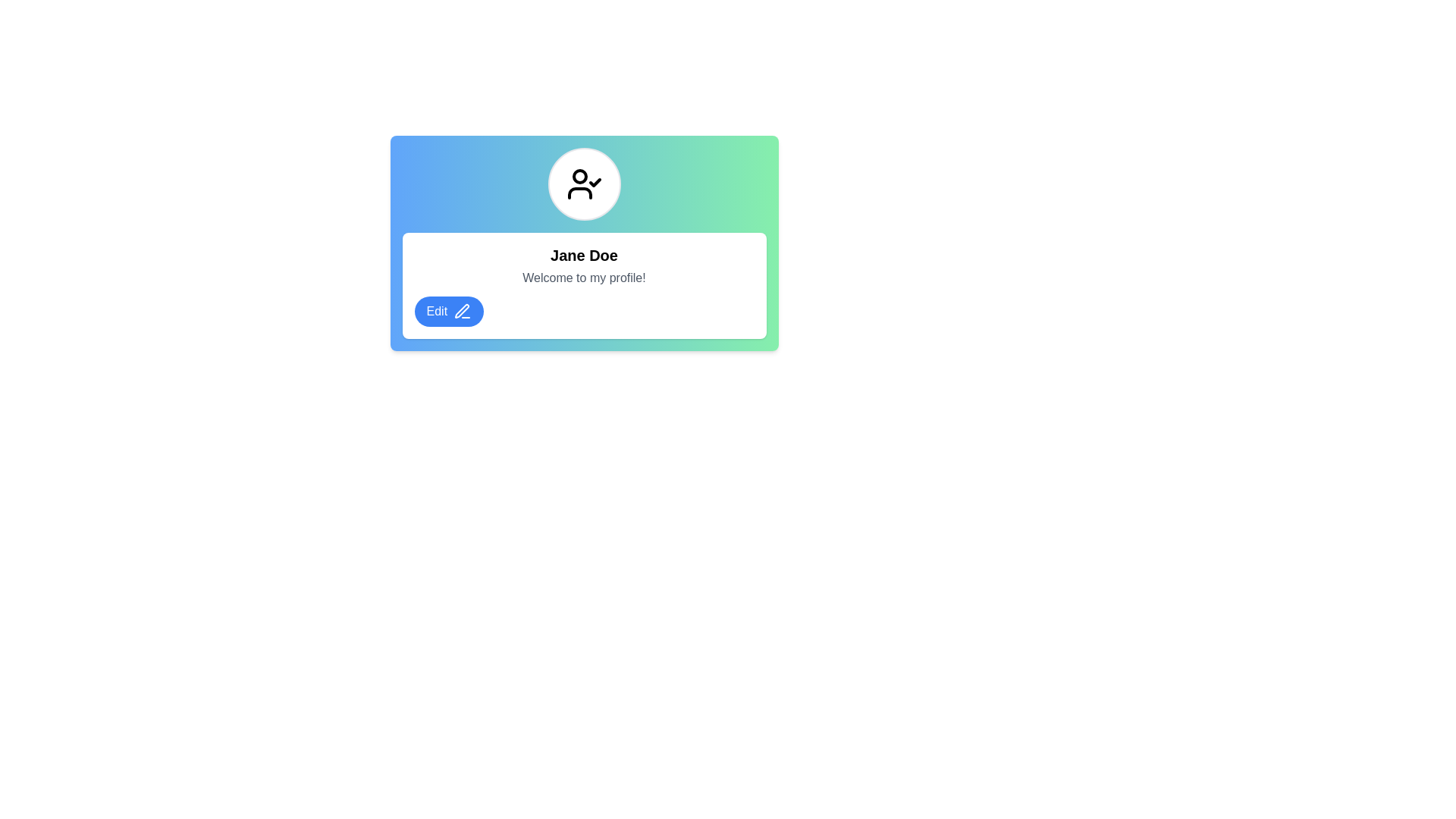 This screenshot has height=819, width=1456. What do you see at coordinates (583, 278) in the screenshot?
I see `the static text element that welcomes users to the profile section, which is located beneath the text 'Jane Doe' and above the 'Edit' button` at bounding box center [583, 278].